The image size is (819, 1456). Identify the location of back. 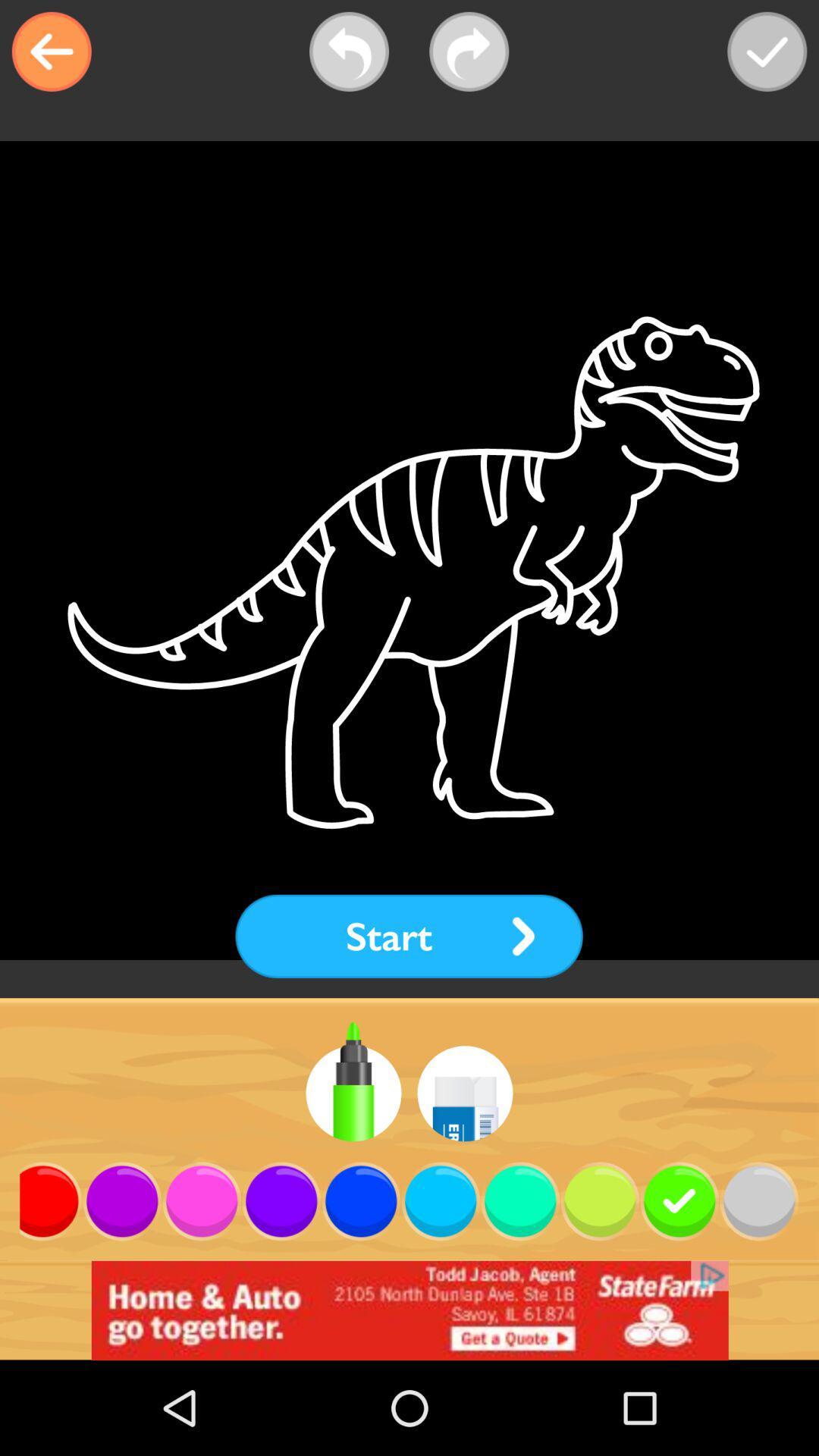
(51, 52).